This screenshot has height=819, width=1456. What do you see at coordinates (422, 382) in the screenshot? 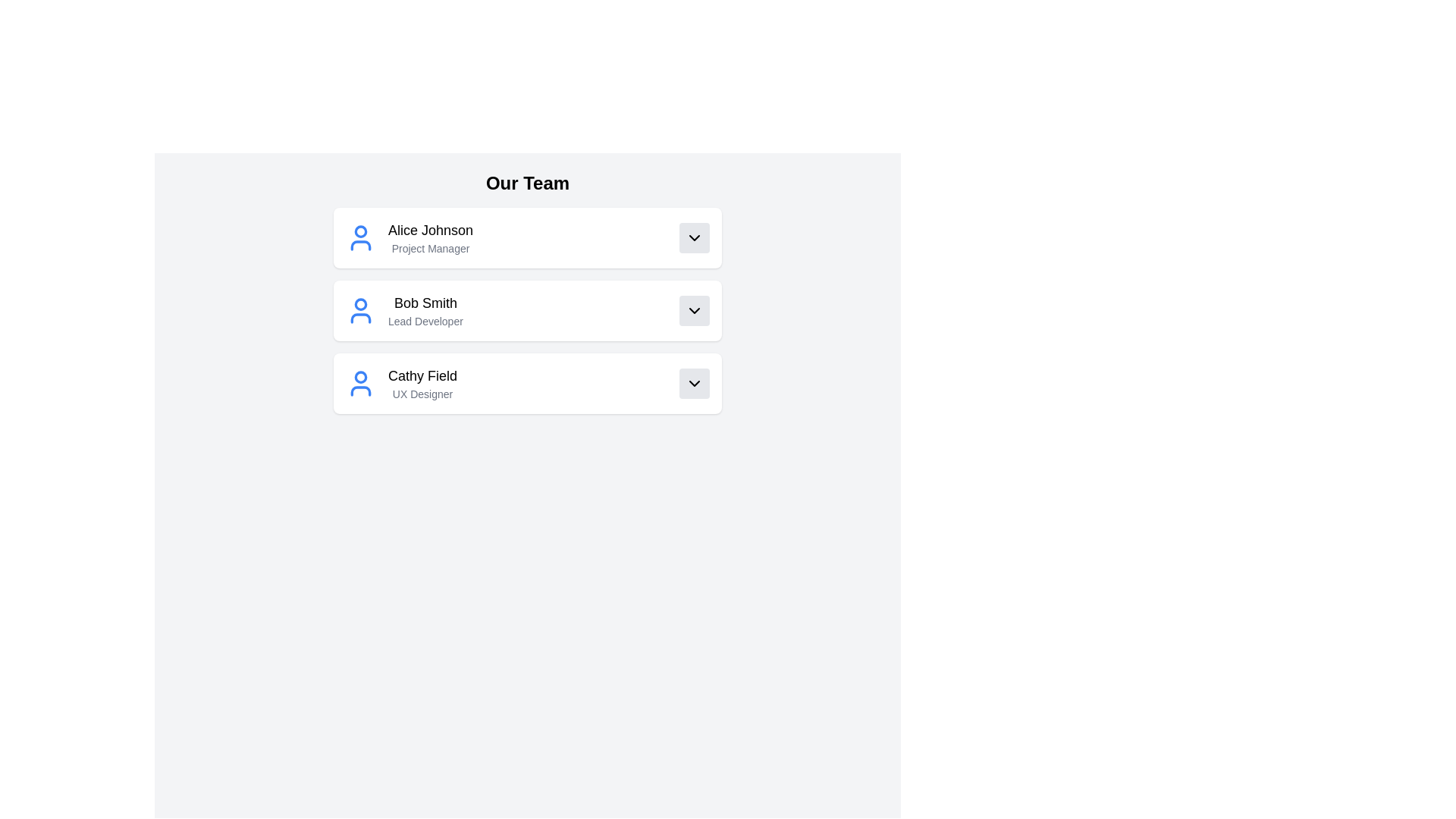
I see `text block that displays the name and role of the individual in the third entry of the 'Our Team' section, positioned to the left of the avatar icon` at bounding box center [422, 382].